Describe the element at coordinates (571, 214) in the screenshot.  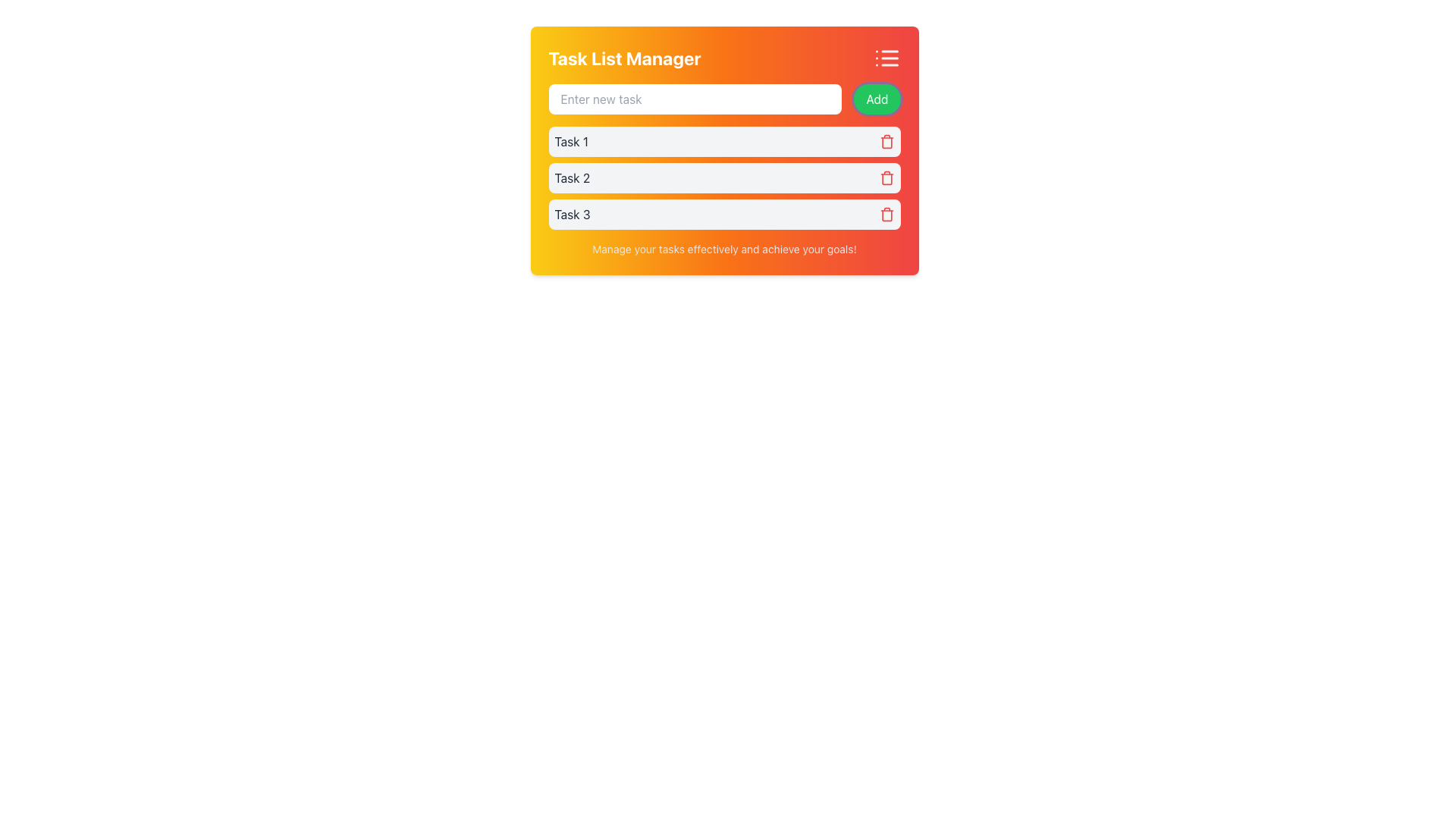
I see `the static text label that displays the name or title of the third task in the task manager interface, located to the left of the delete icon and above the footer text` at that location.